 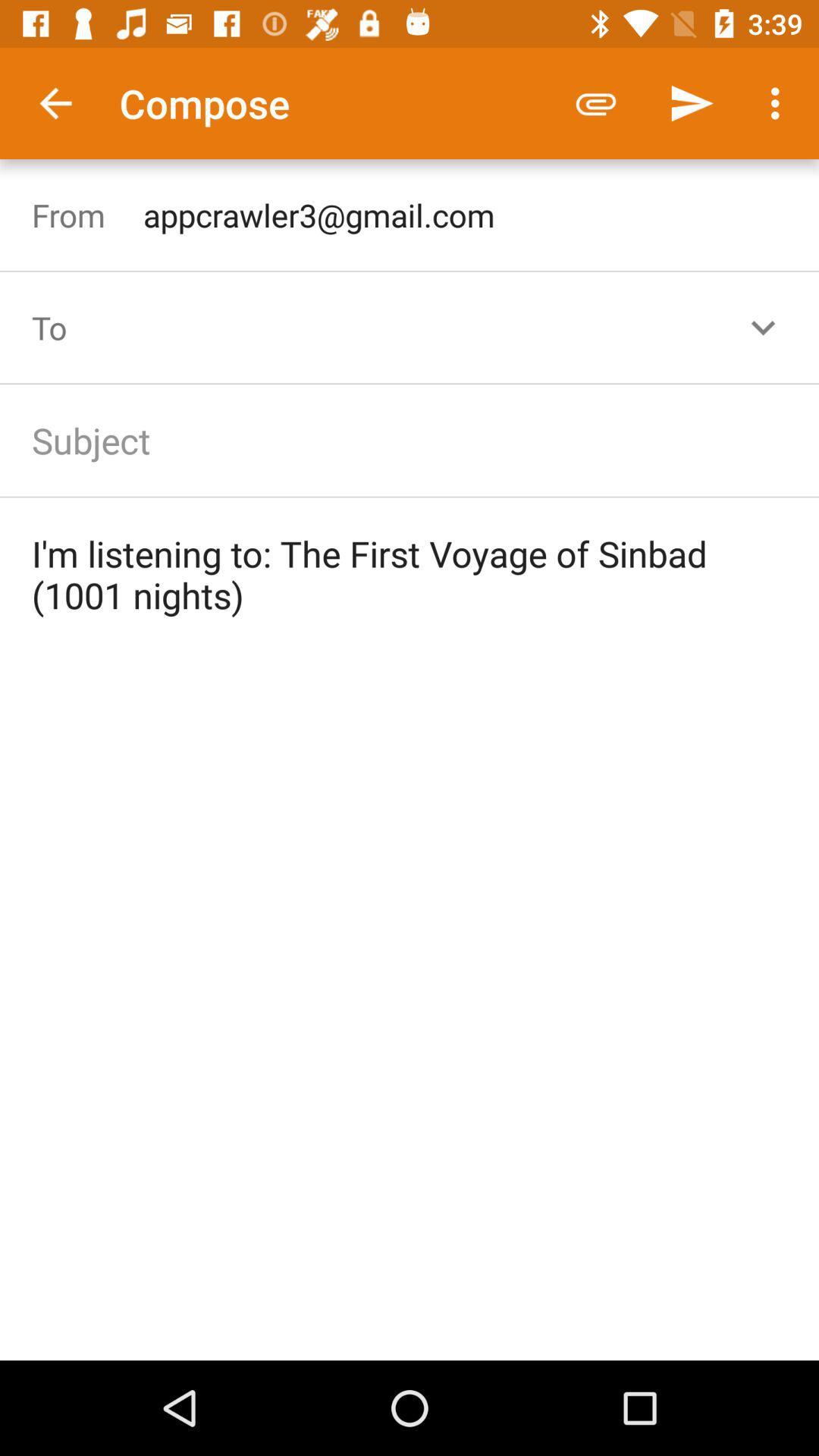 I want to click on item above the appcrawler3@gmail.com icon, so click(x=691, y=102).